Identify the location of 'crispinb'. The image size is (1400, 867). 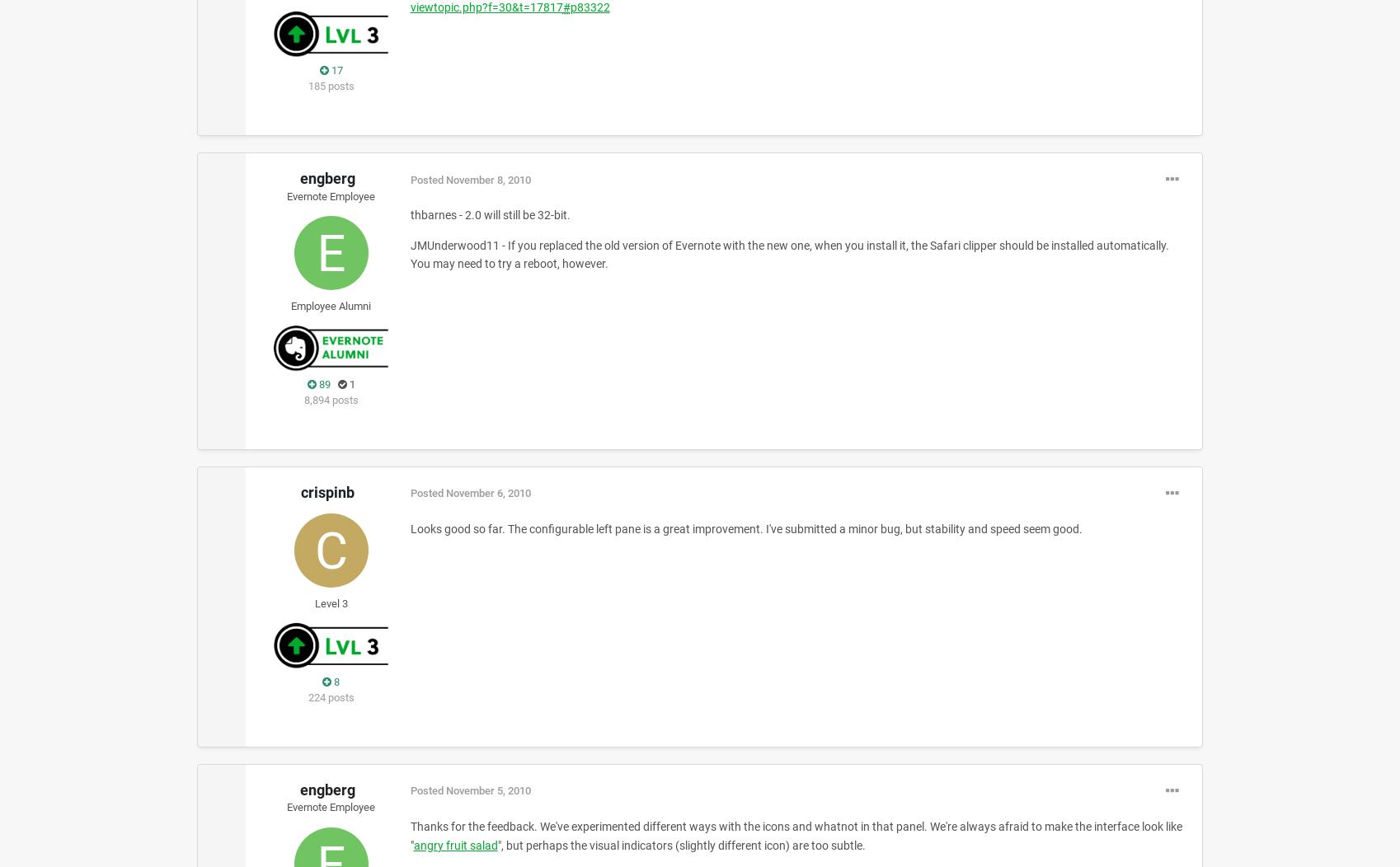
(327, 491).